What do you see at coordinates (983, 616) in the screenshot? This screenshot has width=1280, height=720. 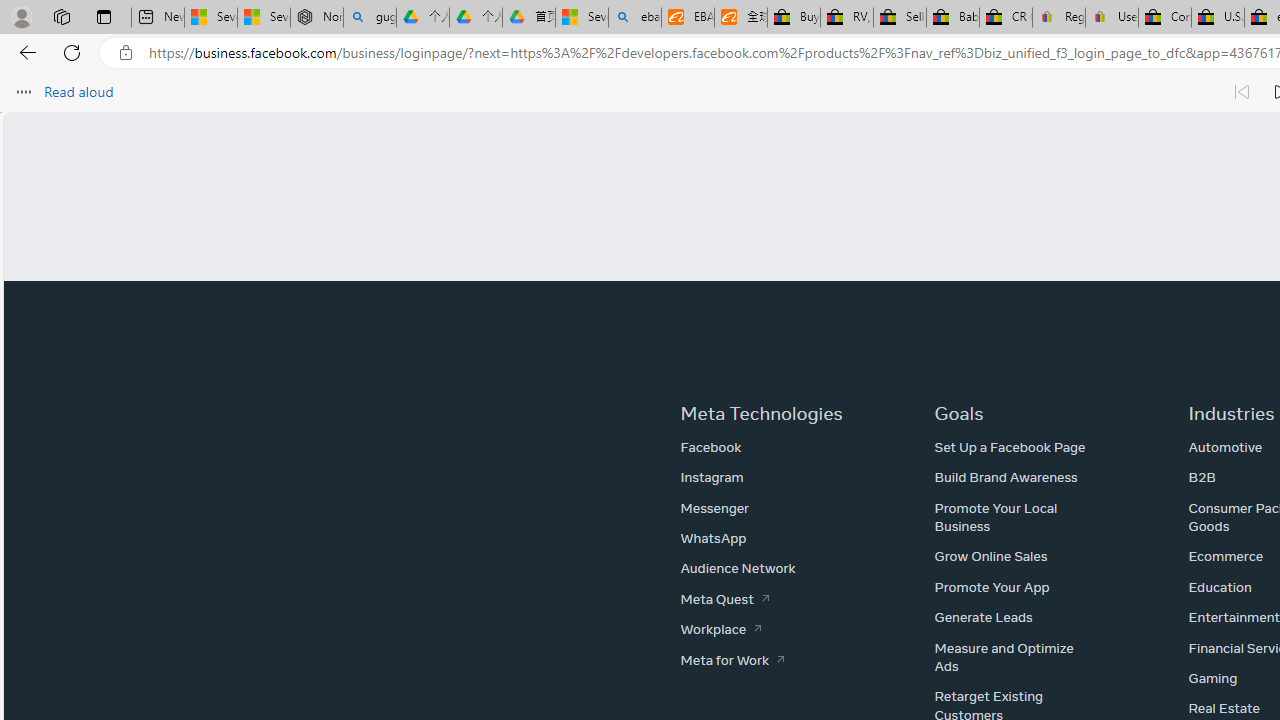 I see `'Generate Leads'` at bounding box center [983, 616].